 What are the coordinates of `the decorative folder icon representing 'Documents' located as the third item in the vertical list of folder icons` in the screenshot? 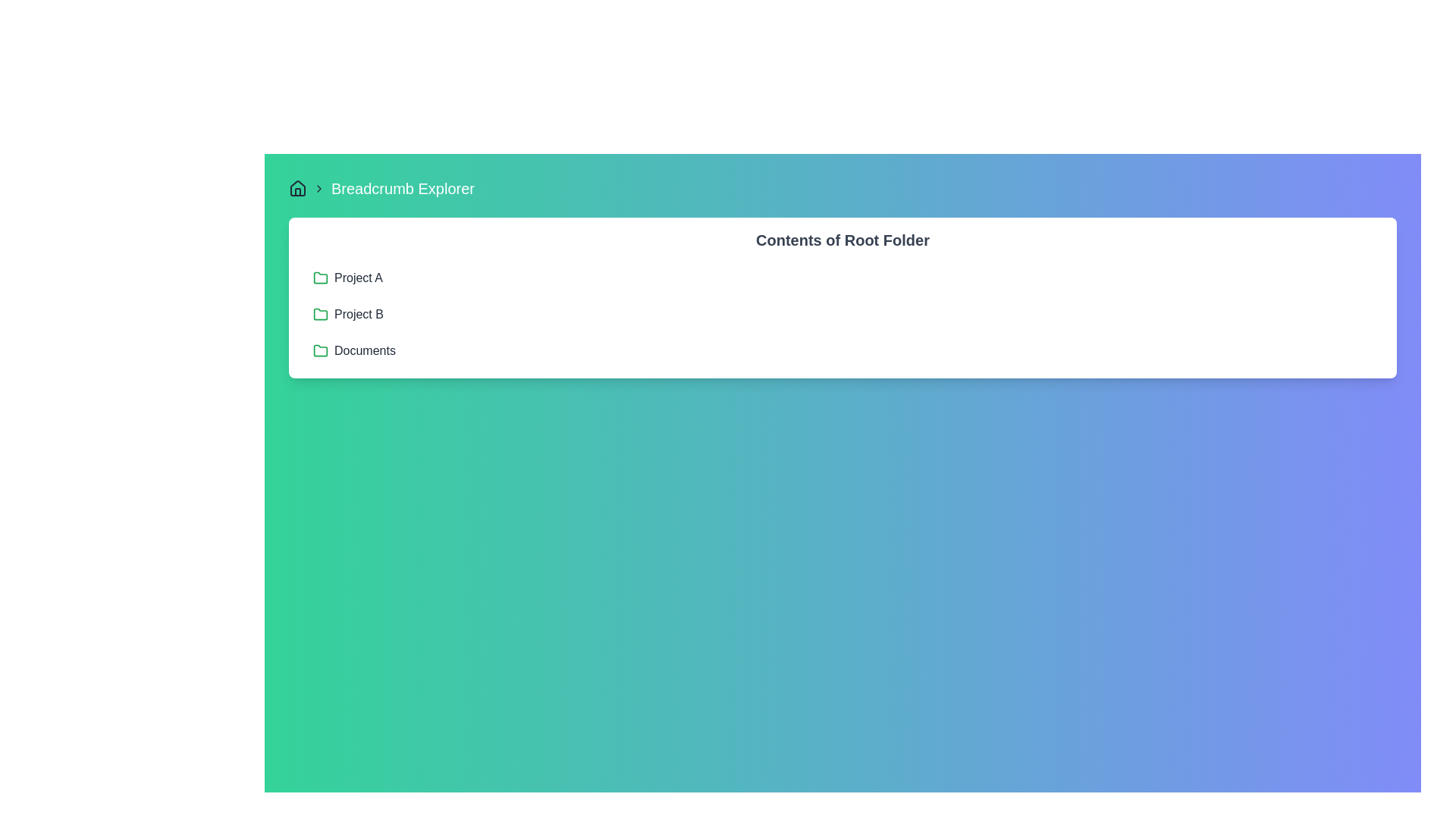 It's located at (319, 350).